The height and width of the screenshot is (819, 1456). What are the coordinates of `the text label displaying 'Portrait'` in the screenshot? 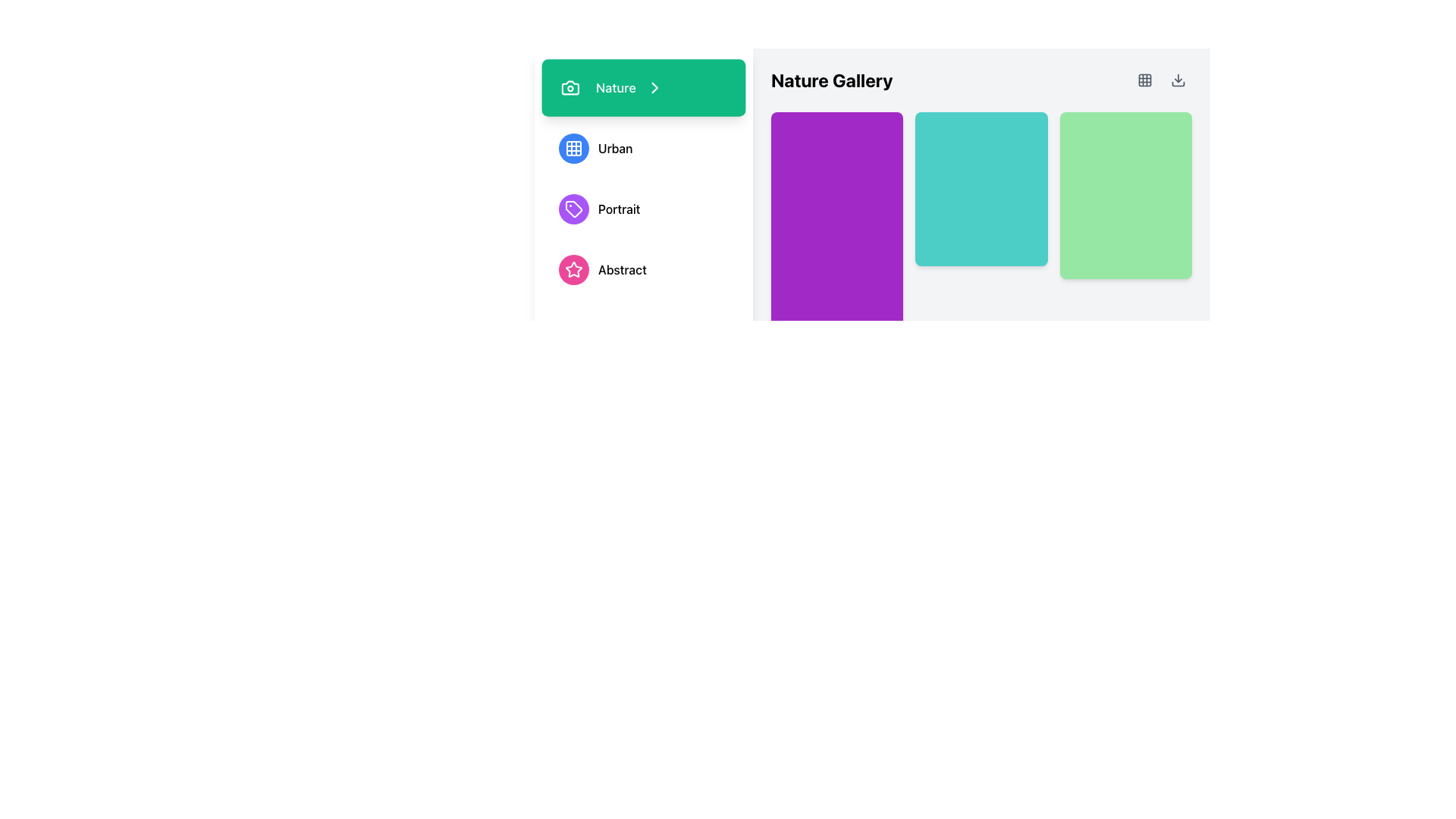 It's located at (619, 209).